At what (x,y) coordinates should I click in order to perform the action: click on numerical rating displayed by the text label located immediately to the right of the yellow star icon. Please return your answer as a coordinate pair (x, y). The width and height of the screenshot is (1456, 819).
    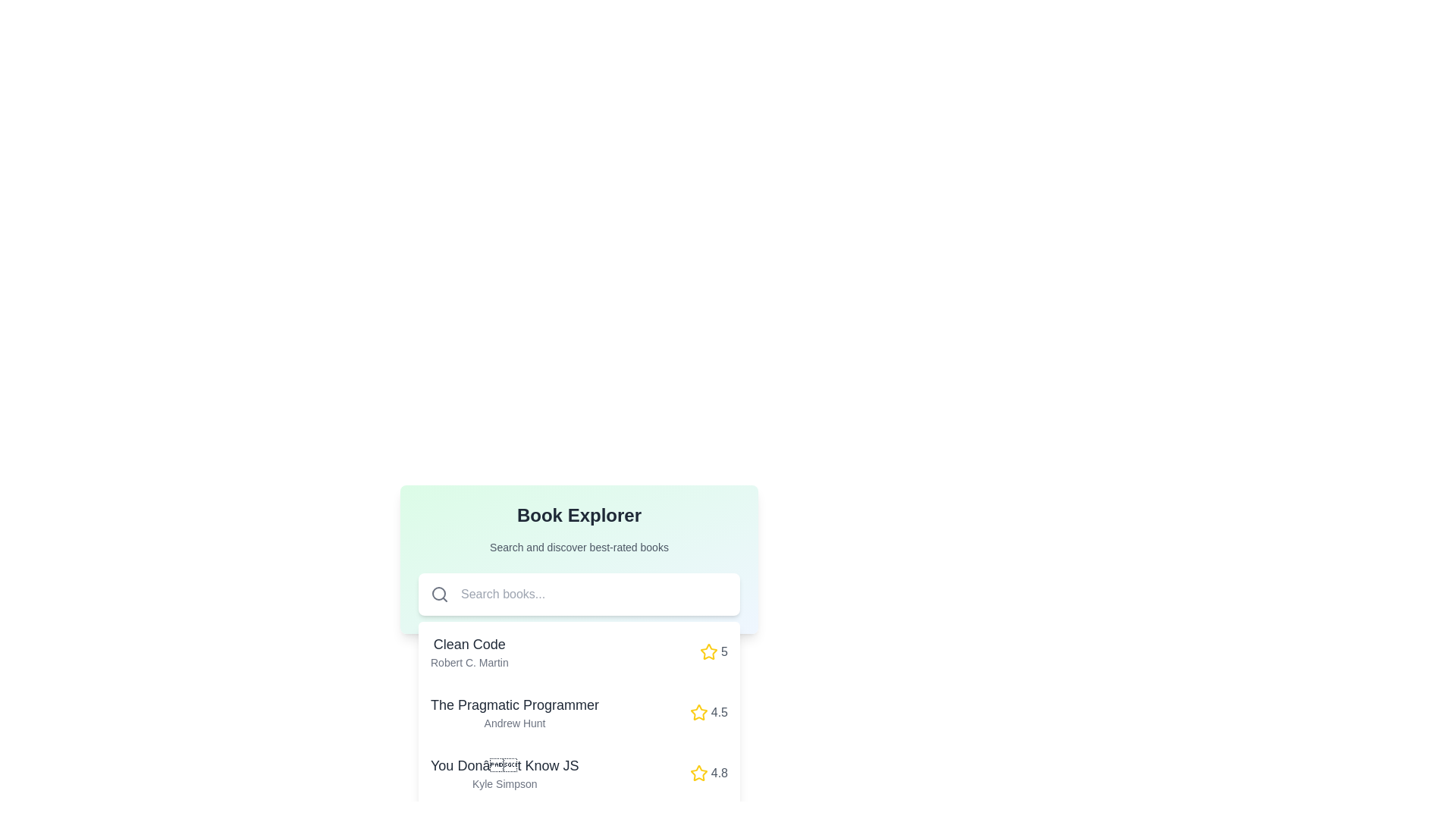
    Looking at the image, I should click on (723, 651).